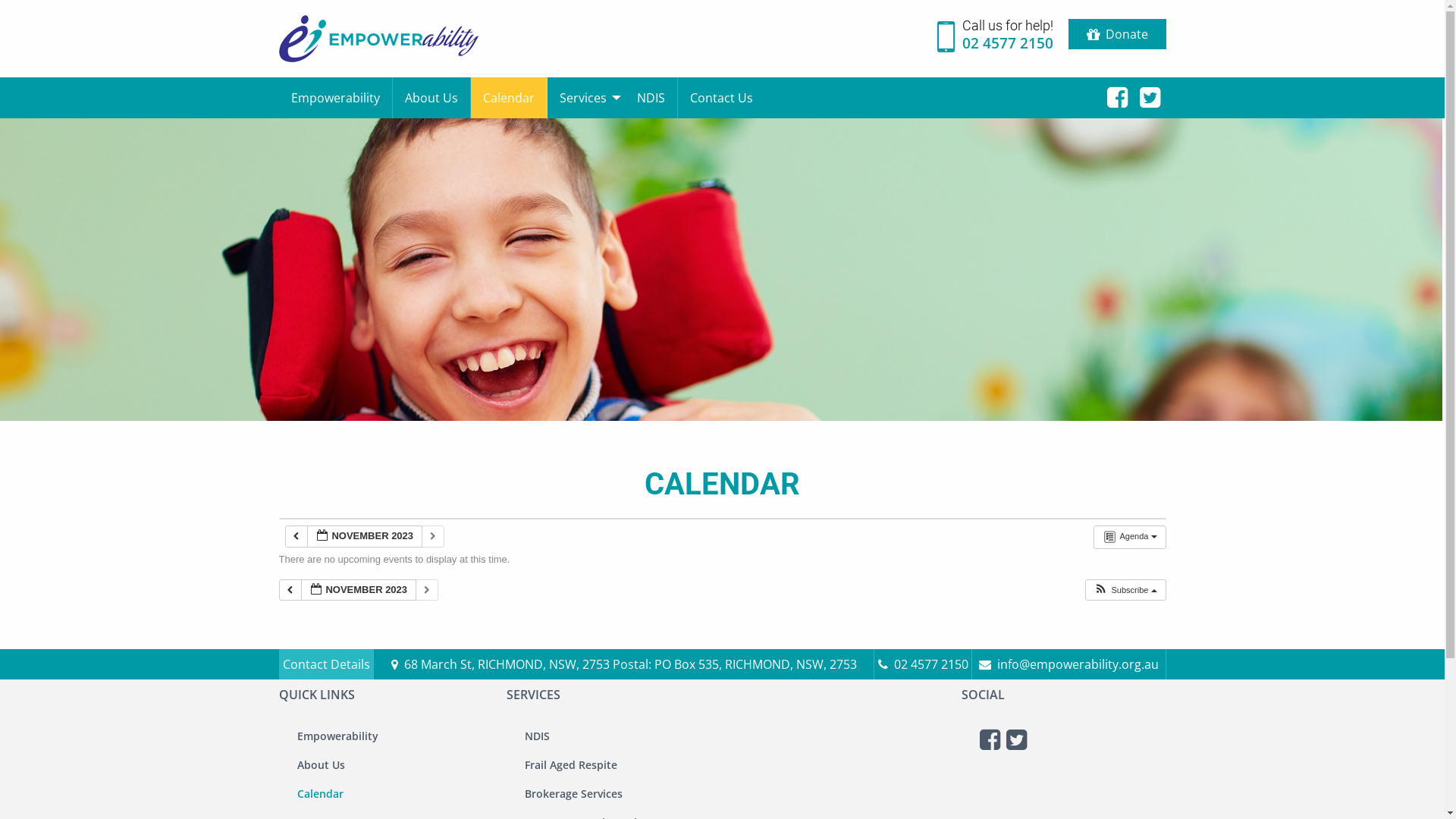 This screenshot has height=819, width=1456. What do you see at coordinates (922, 663) in the screenshot?
I see `'02 4577 2150'` at bounding box center [922, 663].